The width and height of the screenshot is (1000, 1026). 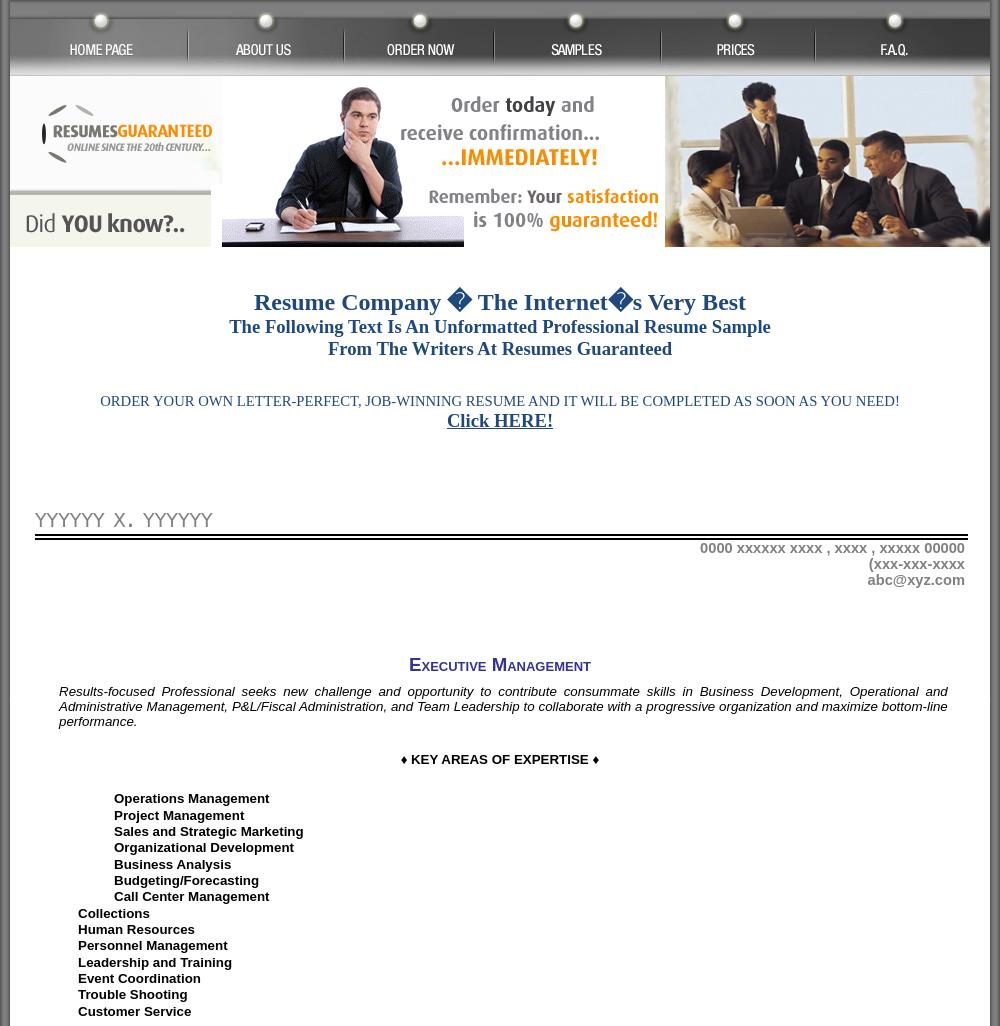 What do you see at coordinates (498, 326) in the screenshot?
I see `'The Following Text Is An Unformatted Professional Resume Sample'` at bounding box center [498, 326].